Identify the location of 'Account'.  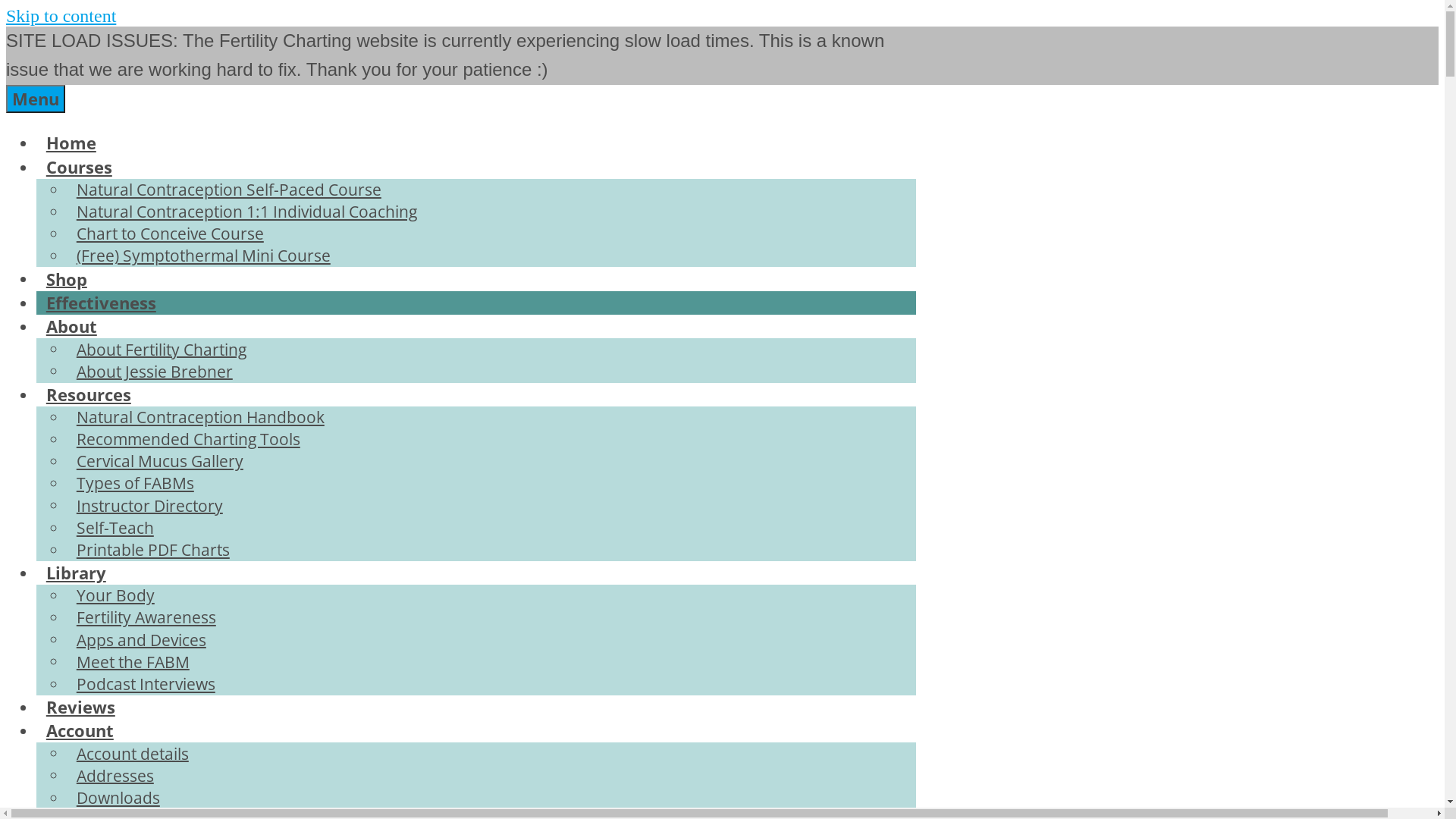
(79, 730).